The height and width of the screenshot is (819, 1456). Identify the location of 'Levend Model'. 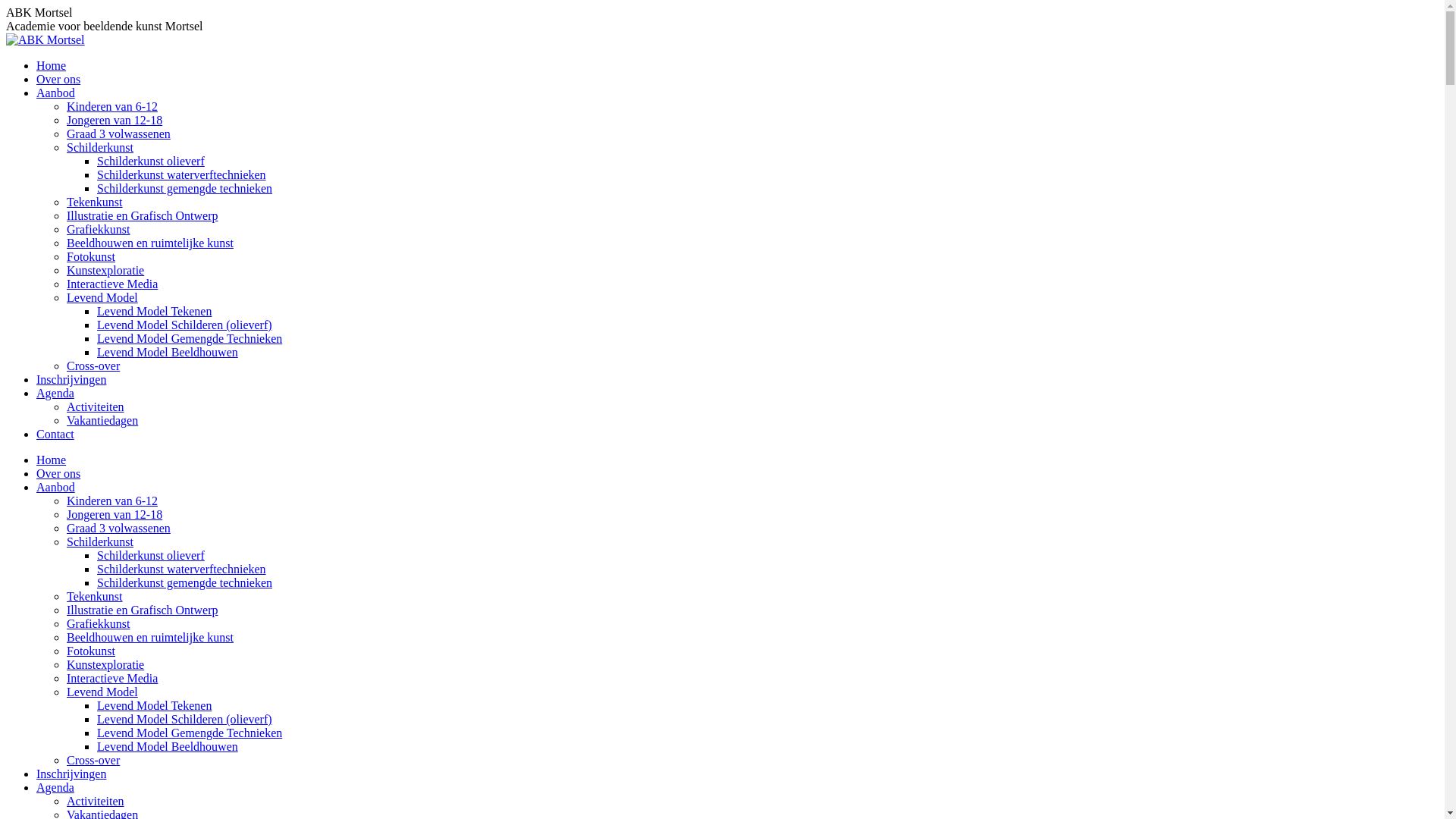
(65, 692).